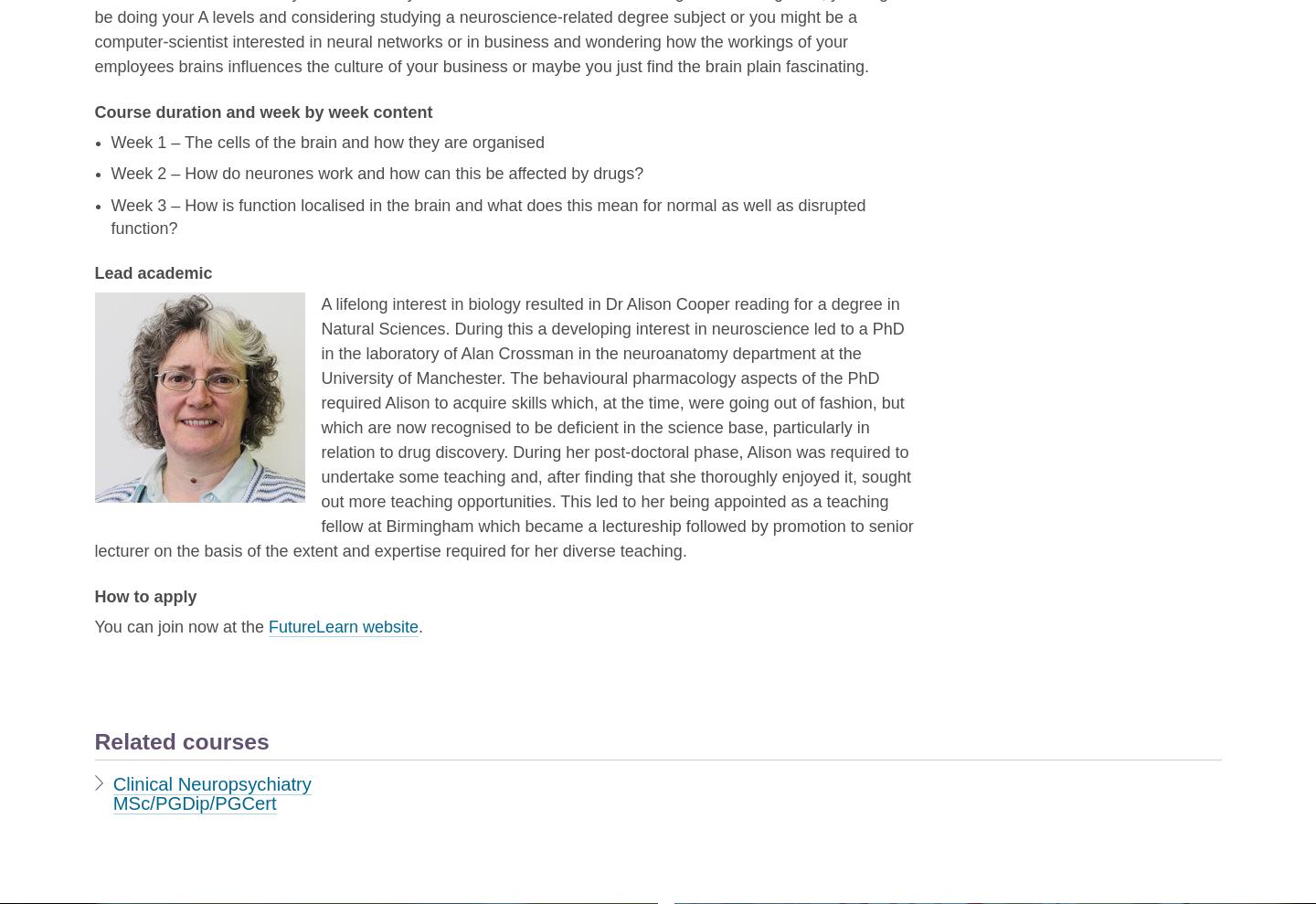  I want to click on 'Course duration and week by week content', so click(93, 112).